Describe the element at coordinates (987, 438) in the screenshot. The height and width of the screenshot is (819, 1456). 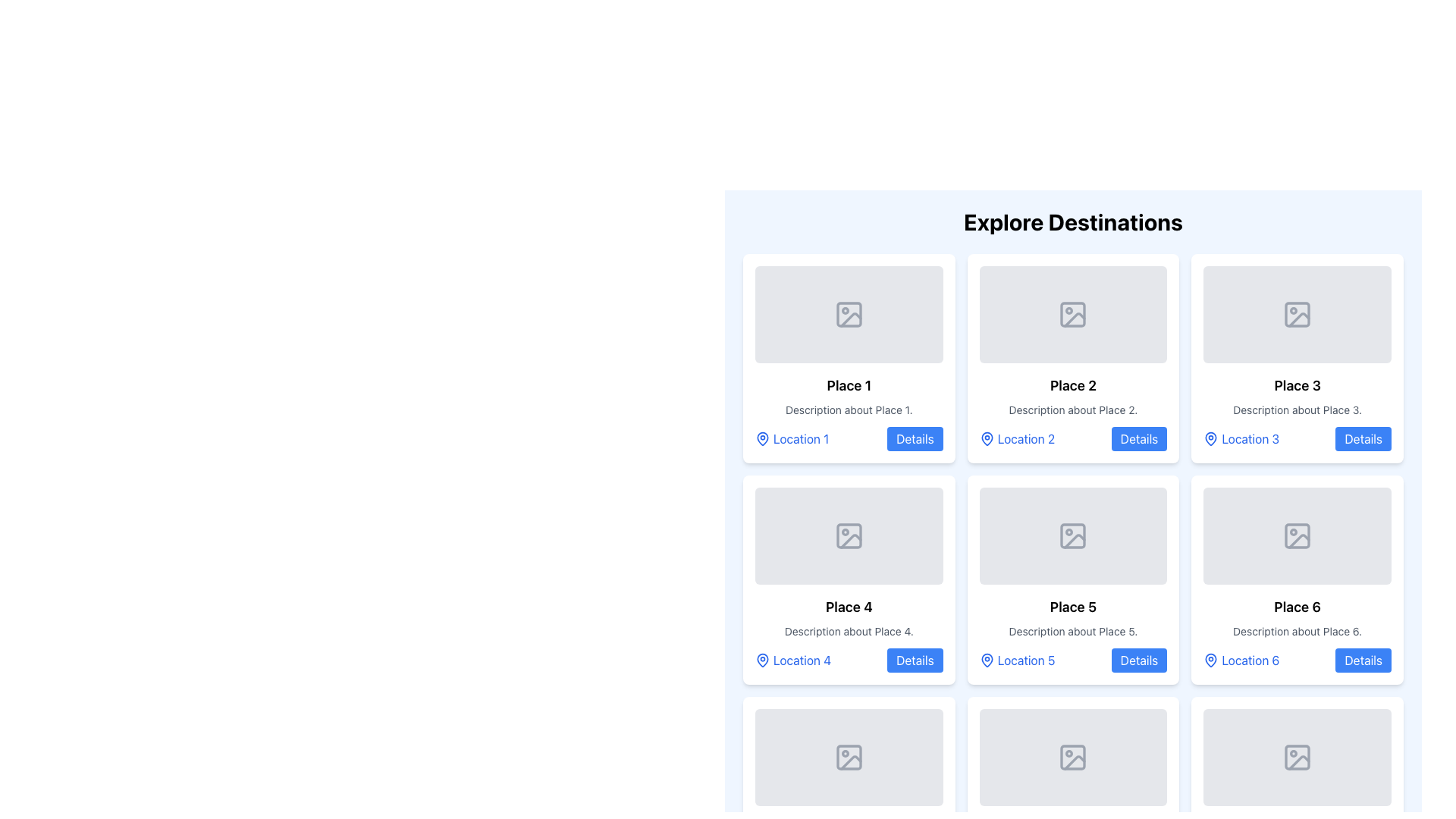
I see `the pin-shaped icon located in the 'Place 2' section, right above the text 'Location 2' in the second column of the 'Explore Destinations' grid` at that location.